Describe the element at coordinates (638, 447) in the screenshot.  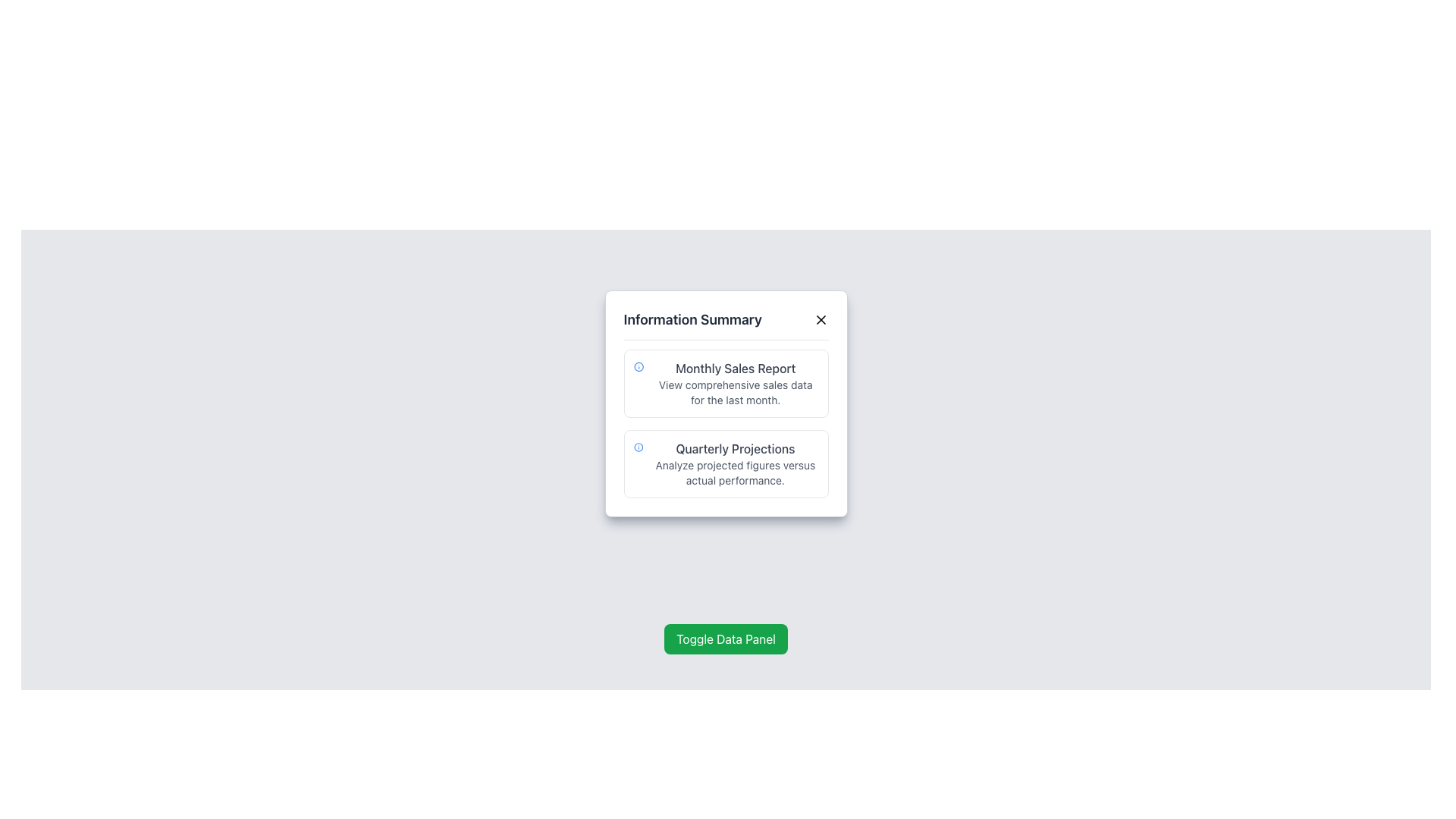
I see `the outer circle of the information icon located in the top-left corner of the widget, which visually indicates additional information about the 'Monthly Sales Report'` at that location.